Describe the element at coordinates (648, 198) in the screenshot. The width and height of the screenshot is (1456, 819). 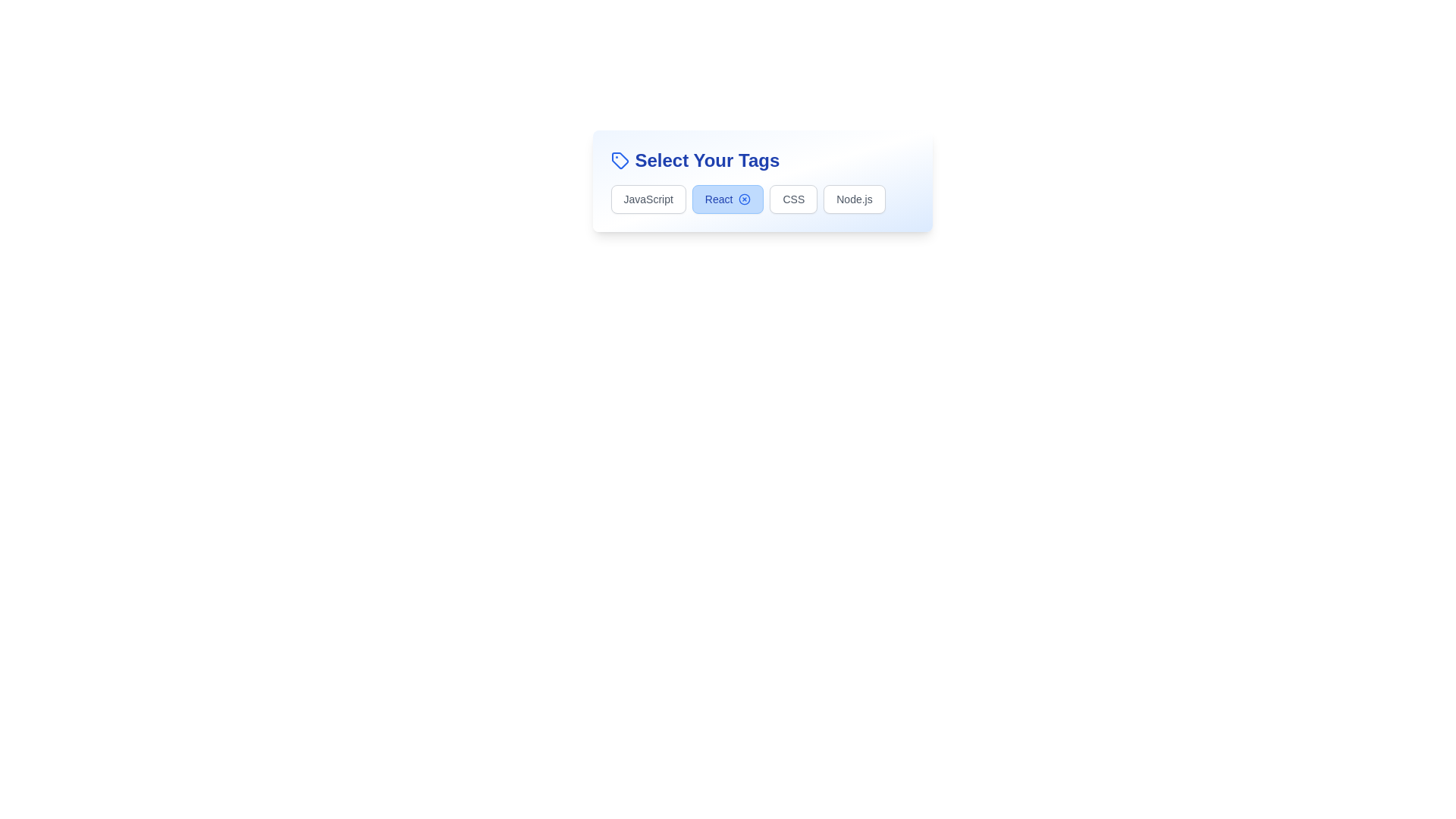
I see `the 'JavaScript' button located beneath the heading 'Select Your Tags'` at that location.